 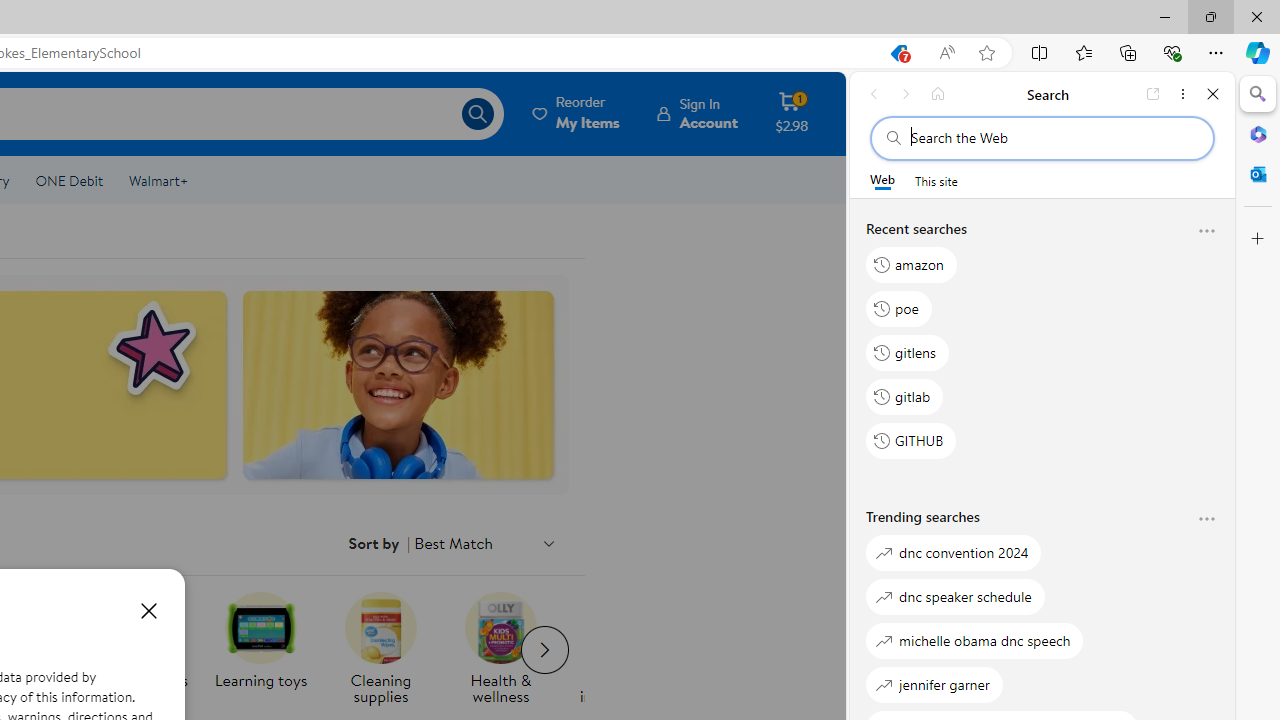 I want to click on 'jennifer garner', so click(x=934, y=683).